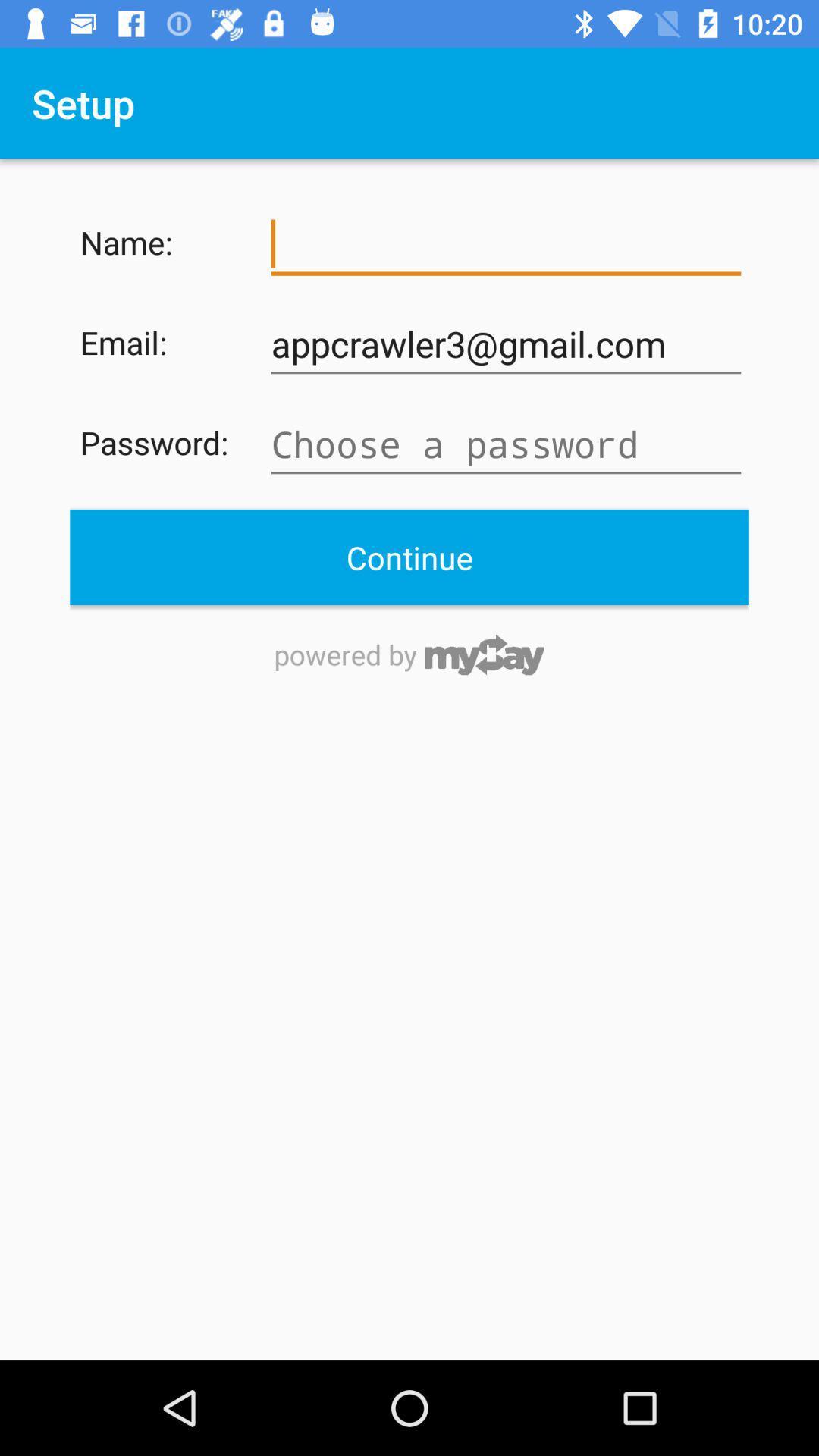 This screenshot has width=819, height=1456. What do you see at coordinates (506, 444) in the screenshot?
I see `the icon next to password:` at bounding box center [506, 444].